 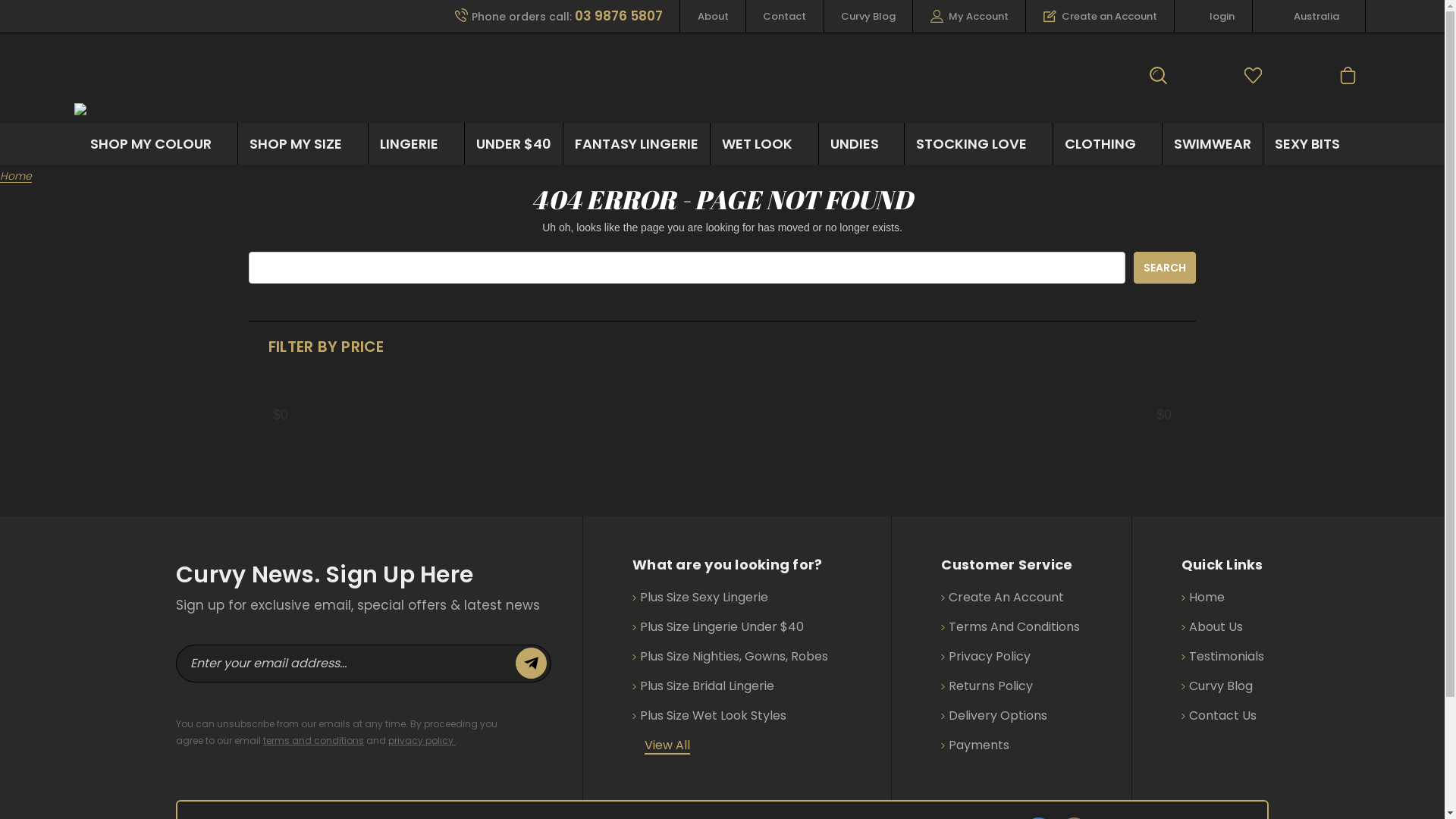 I want to click on 'Plus Size Bridal Lingerie', so click(x=702, y=686).